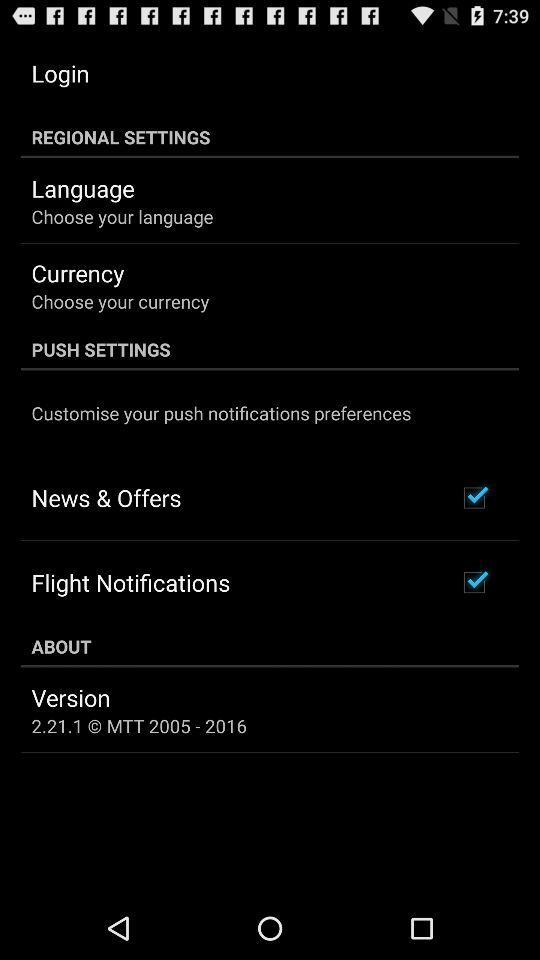  Describe the element at coordinates (220, 412) in the screenshot. I see `the customise your push icon` at that location.